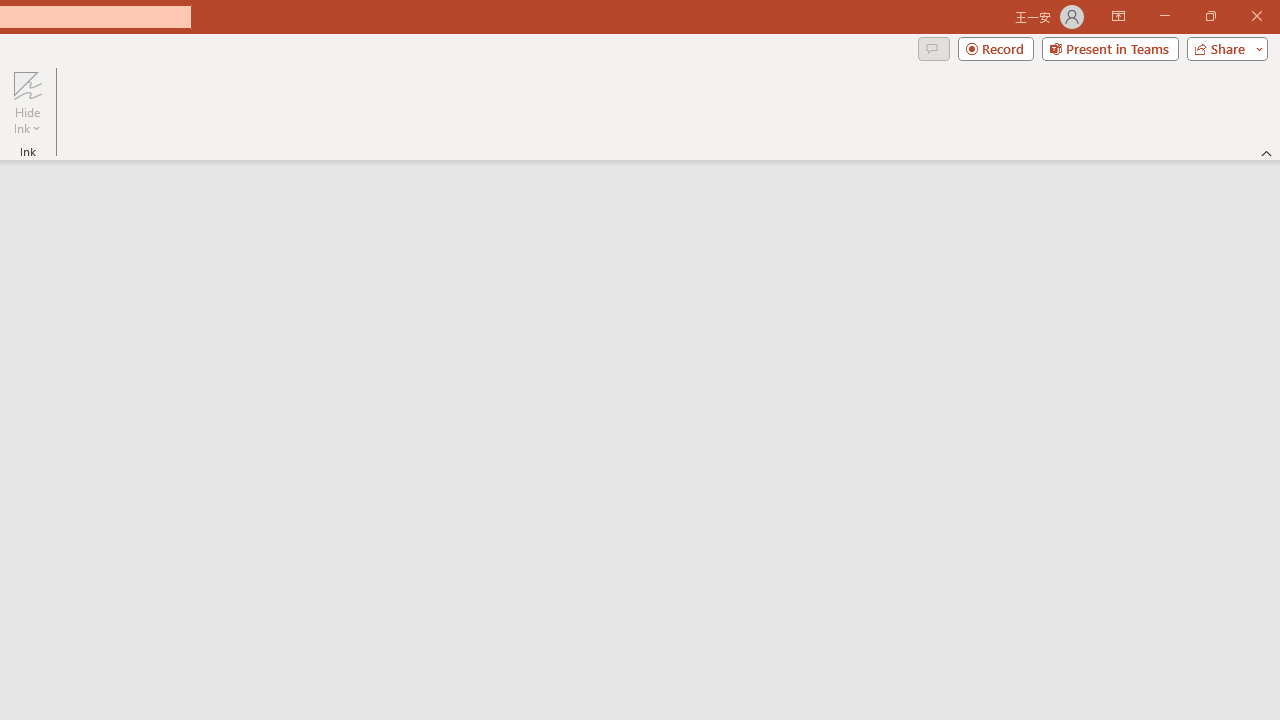 The height and width of the screenshot is (720, 1280). I want to click on 'Ribbon Display Options', so click(1117, 16).